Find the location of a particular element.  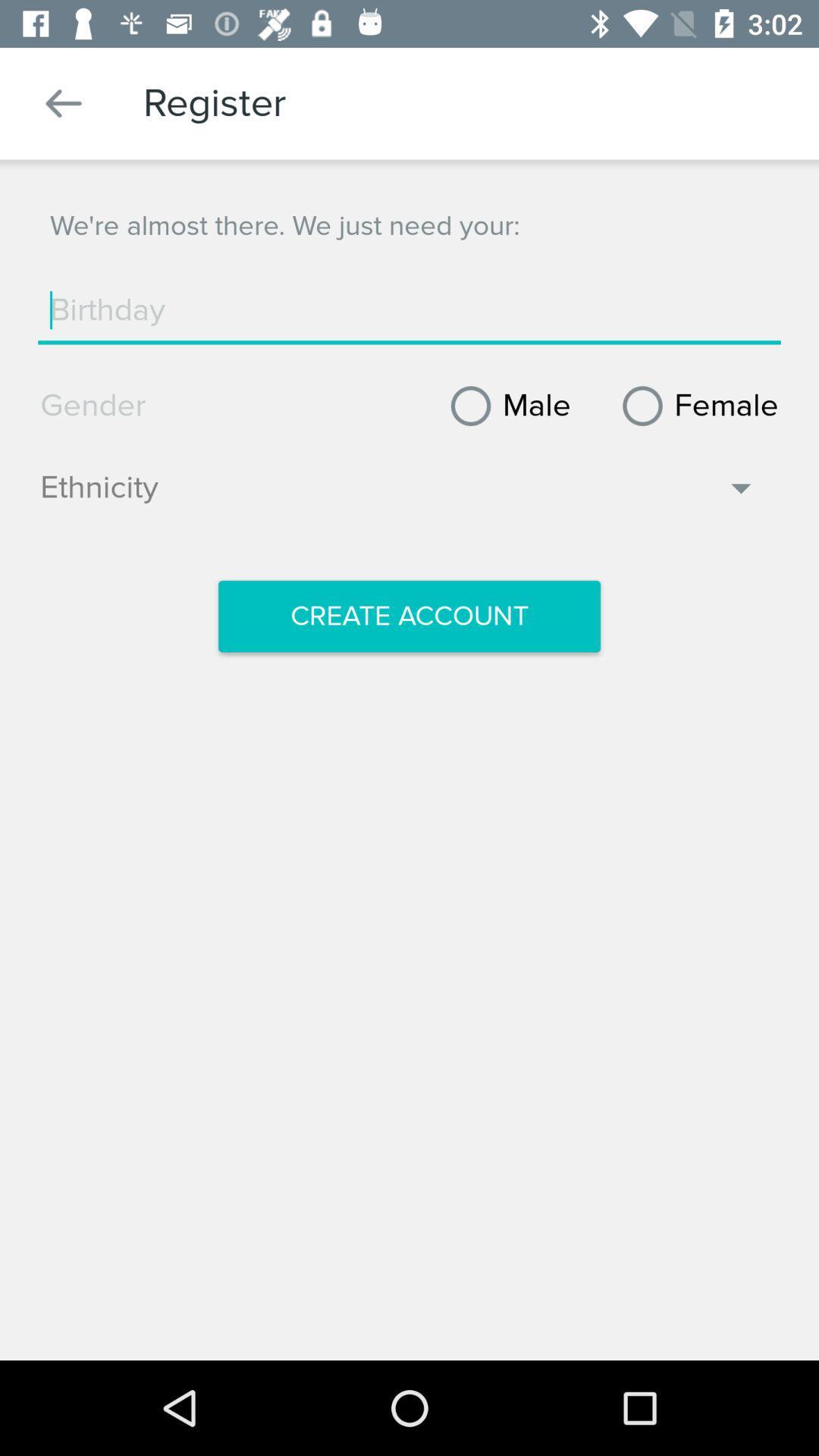

birthday is located at coordinates (409, 309).